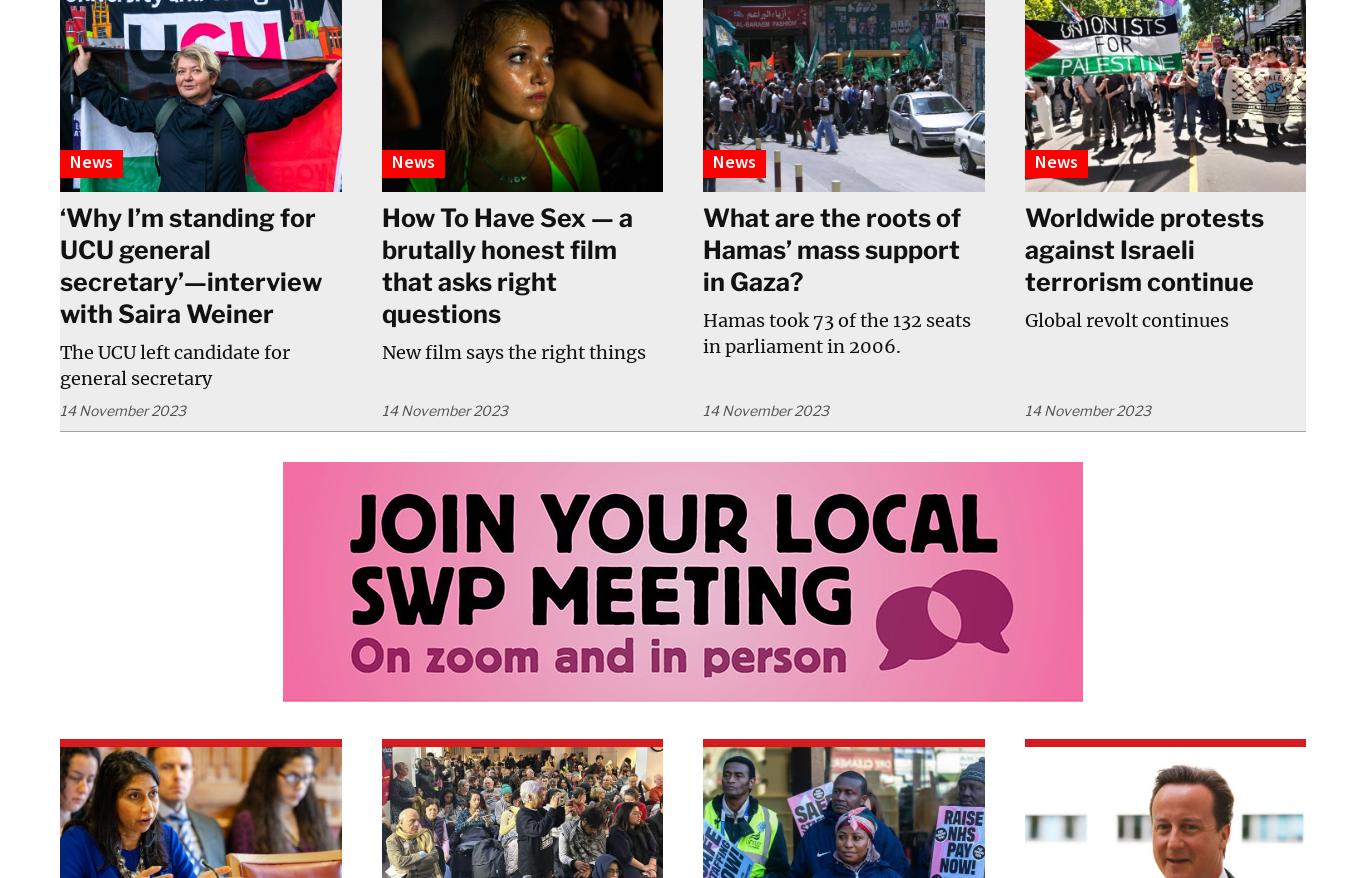 The image size is (1366, 878). What do you see at coordinates (512, 351) in the screenshot?
I see `'New film says the right things'` at bounding box center [512, 351].